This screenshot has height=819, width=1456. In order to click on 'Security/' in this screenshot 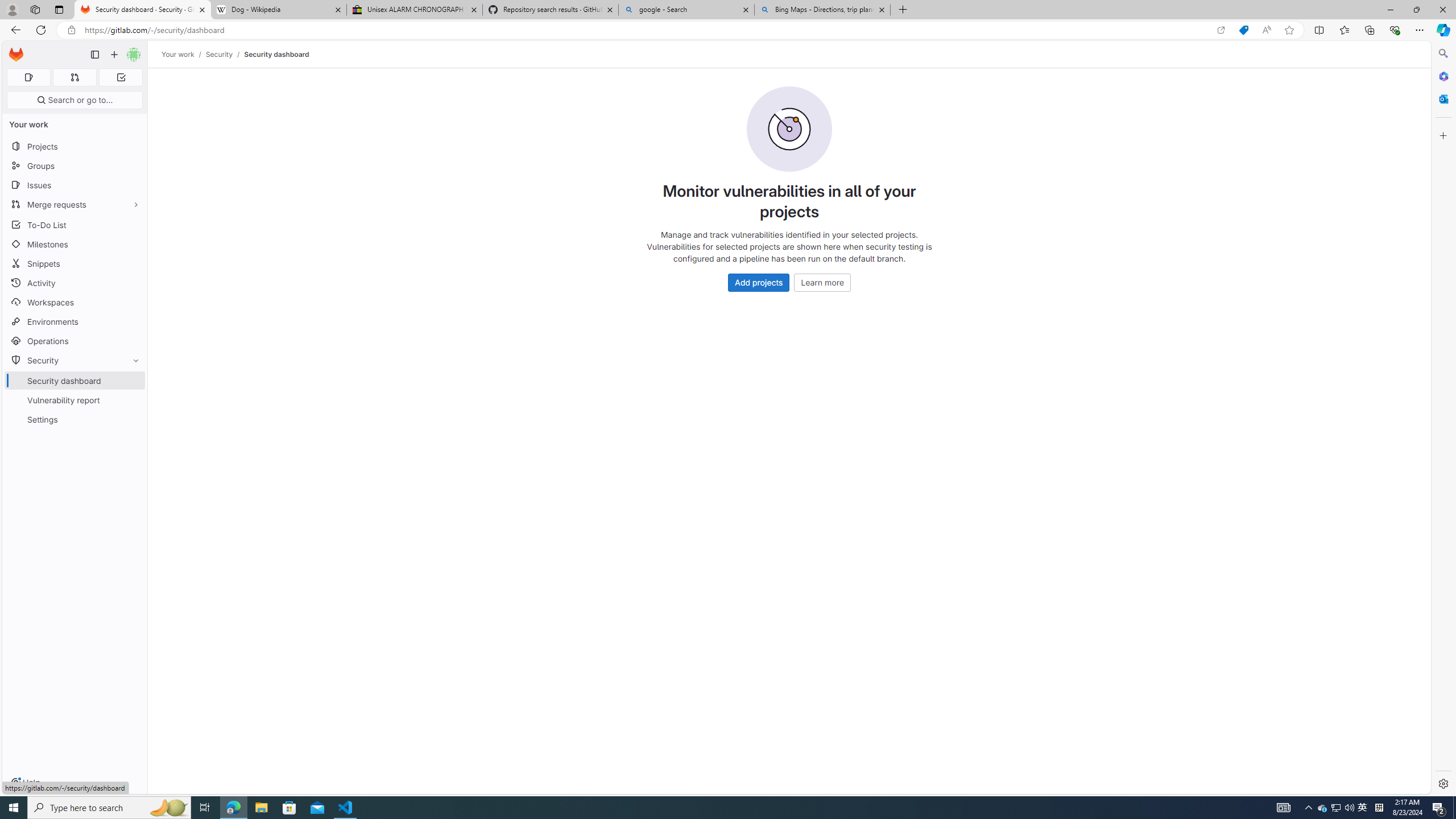, I will do `click(225, 54)`.